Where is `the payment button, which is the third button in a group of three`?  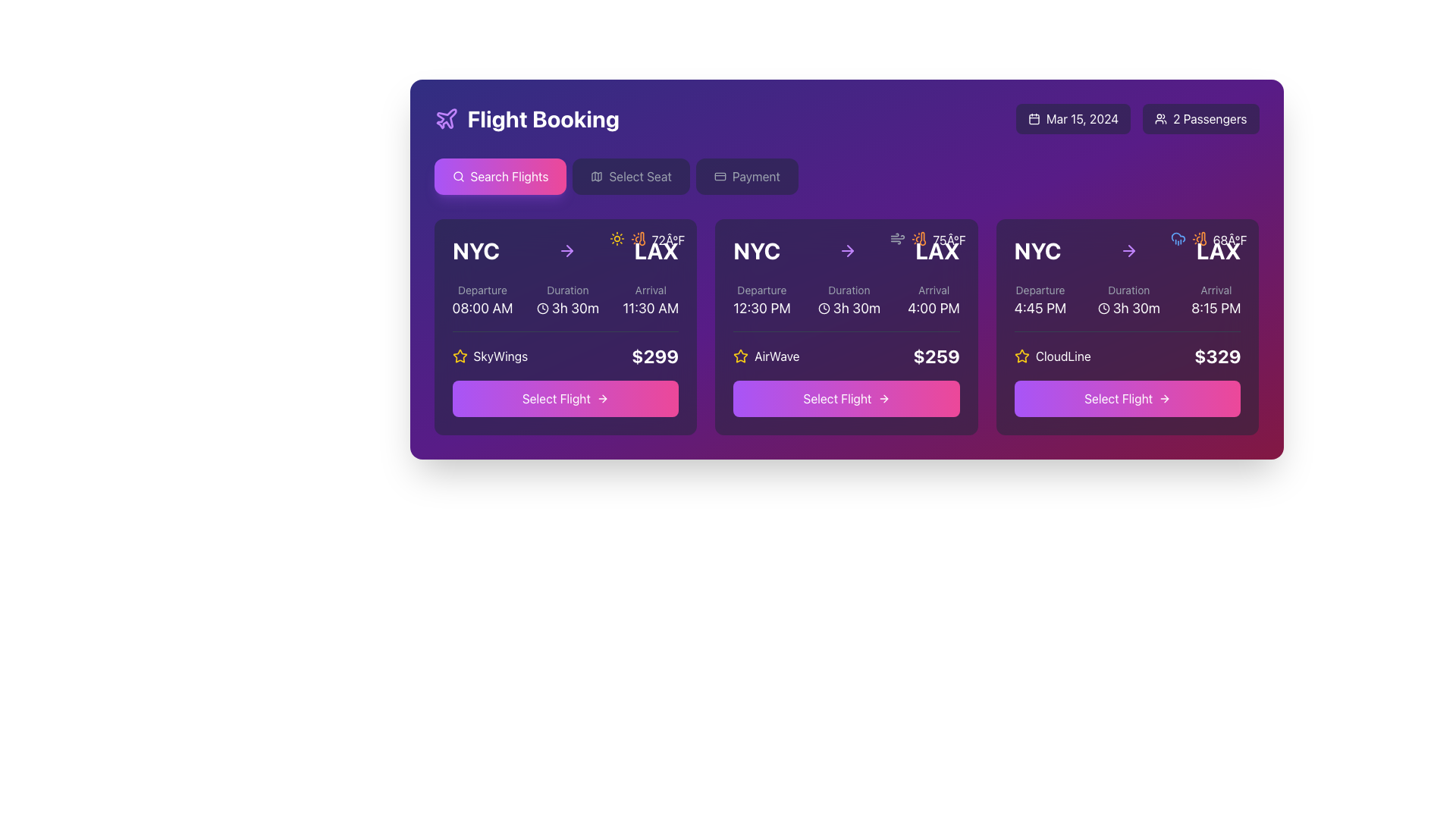 the payment button, which is the third button in a group of three is located at coordinates (747, 175).